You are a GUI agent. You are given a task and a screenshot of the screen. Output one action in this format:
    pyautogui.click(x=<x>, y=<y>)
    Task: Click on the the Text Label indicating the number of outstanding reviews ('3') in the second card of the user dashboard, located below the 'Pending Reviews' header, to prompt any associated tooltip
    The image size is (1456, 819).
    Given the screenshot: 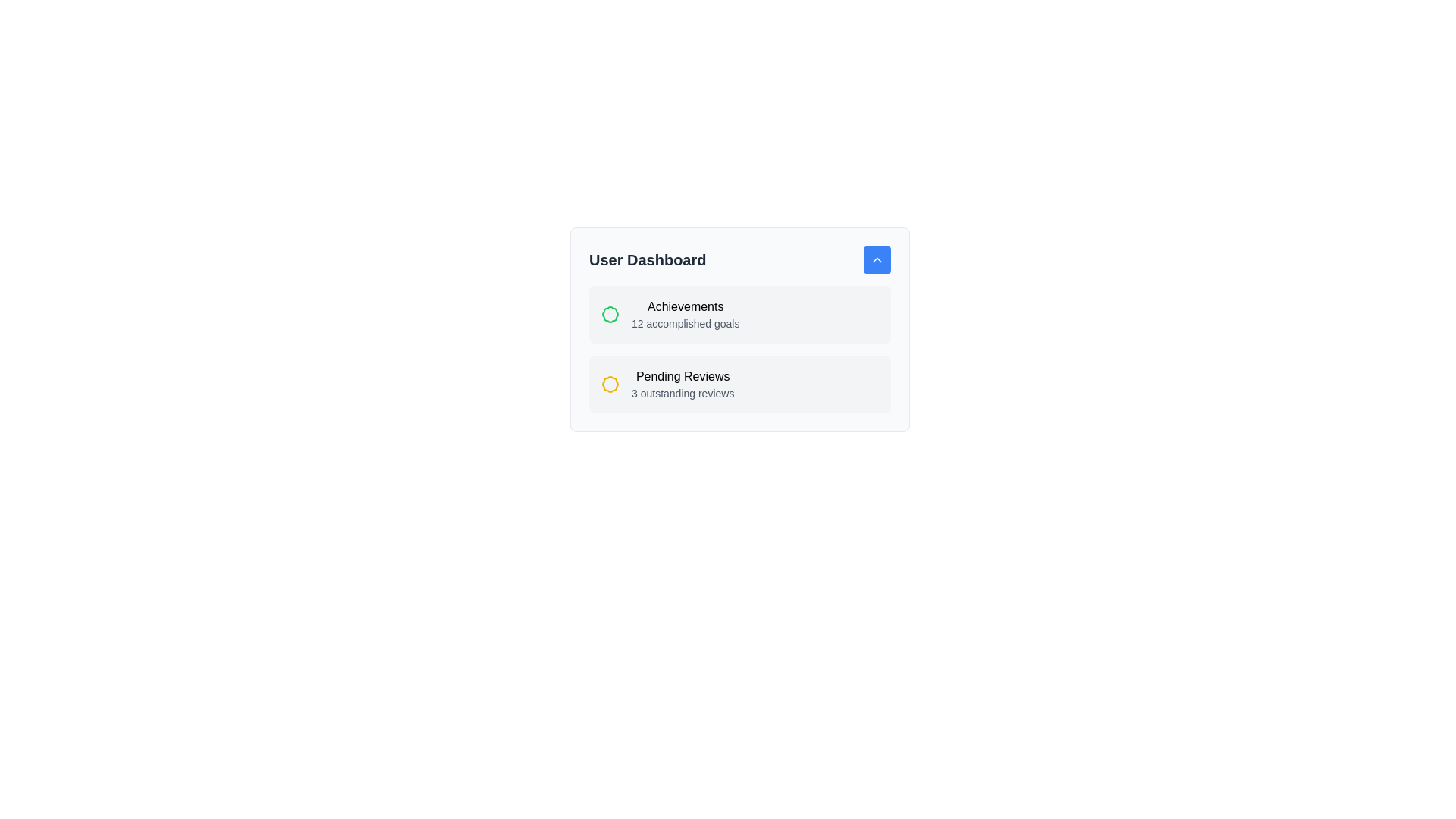 What is the action you would take?
    pyautogui.click(x=682, y=393)
    